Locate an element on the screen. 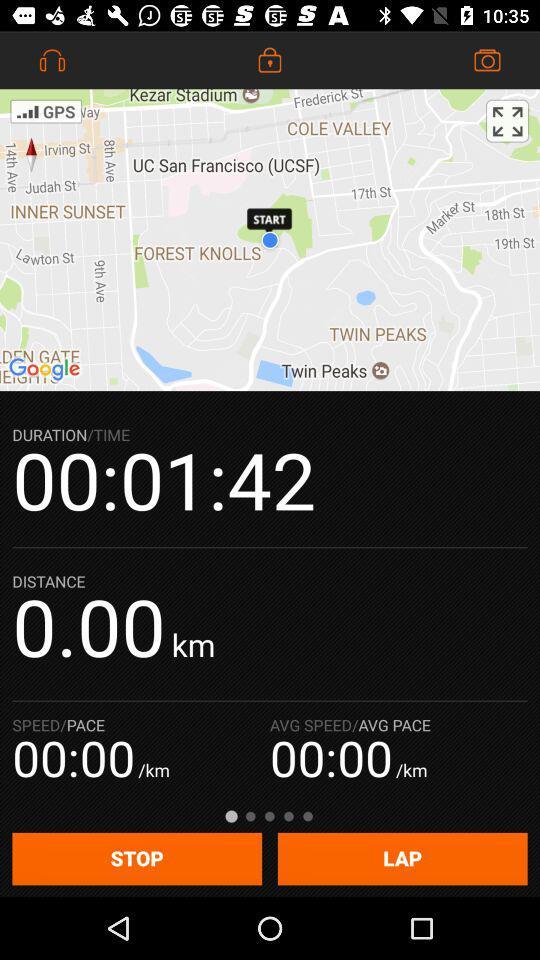 This screenshot has width=540, height=960. the icon above the lap is located at coordinates (507, 120).